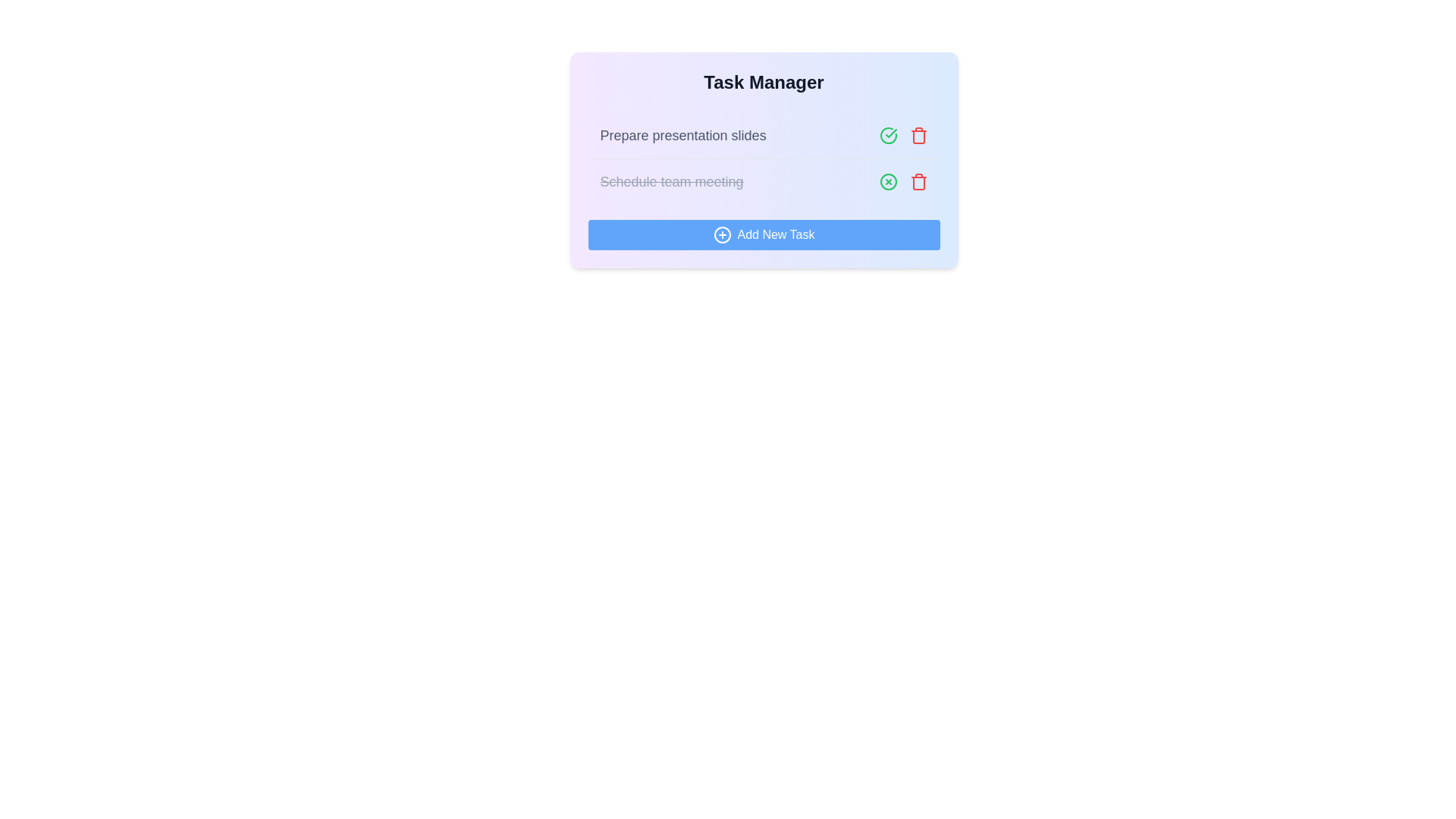  I want to click on the delete icon for the task with the name Schedule team meeting, so click(918, 180).